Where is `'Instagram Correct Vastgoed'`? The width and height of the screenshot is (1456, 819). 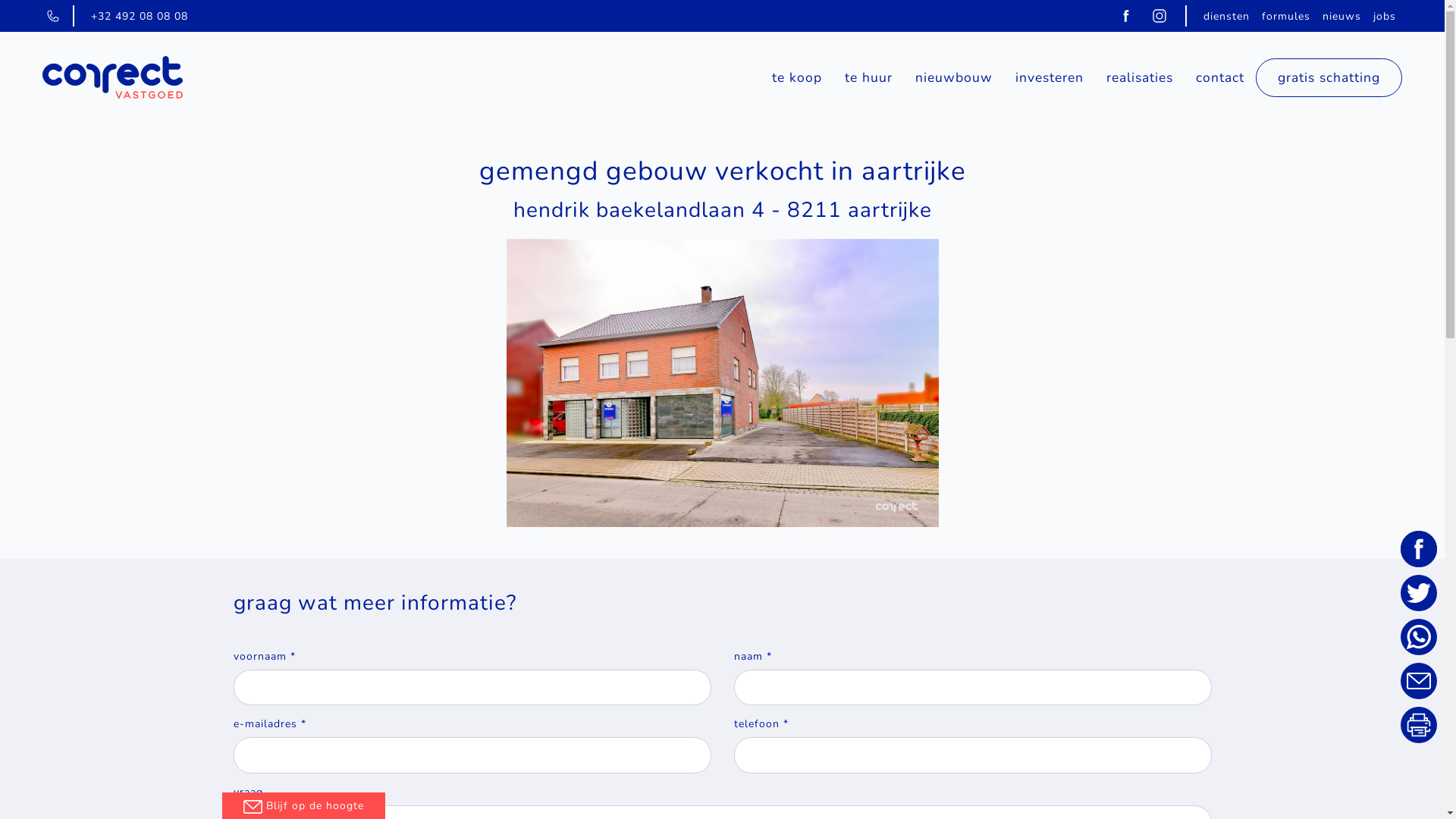
'Instagram Correct Vastgoed' is located at coordinates (1159, 14).